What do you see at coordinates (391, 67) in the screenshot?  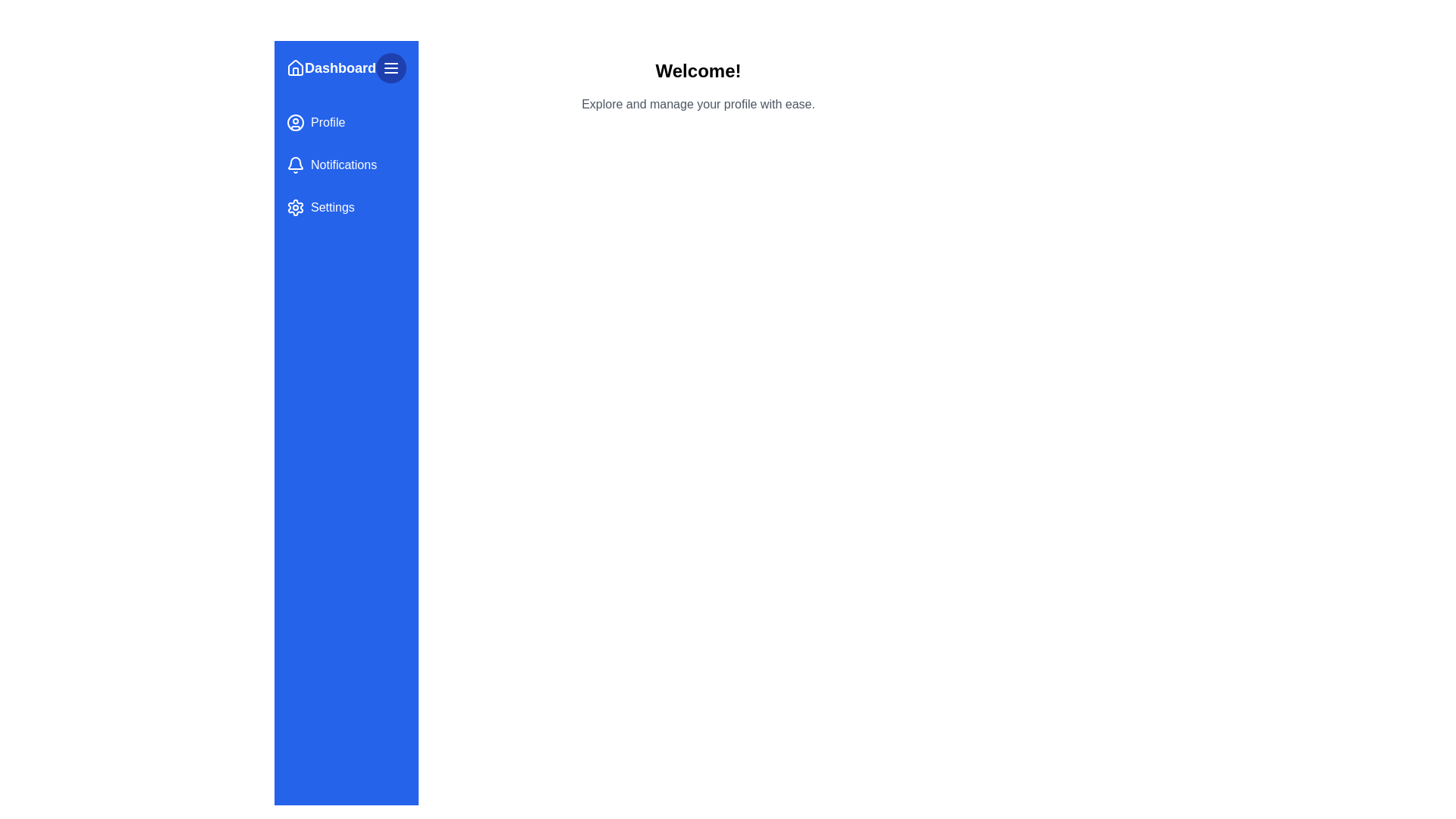 I see `the menu icon button, which is a circular blue button with three horizontal white lines, located at the top-right corner of the blue sidebar` at bounding box center [391, 67].